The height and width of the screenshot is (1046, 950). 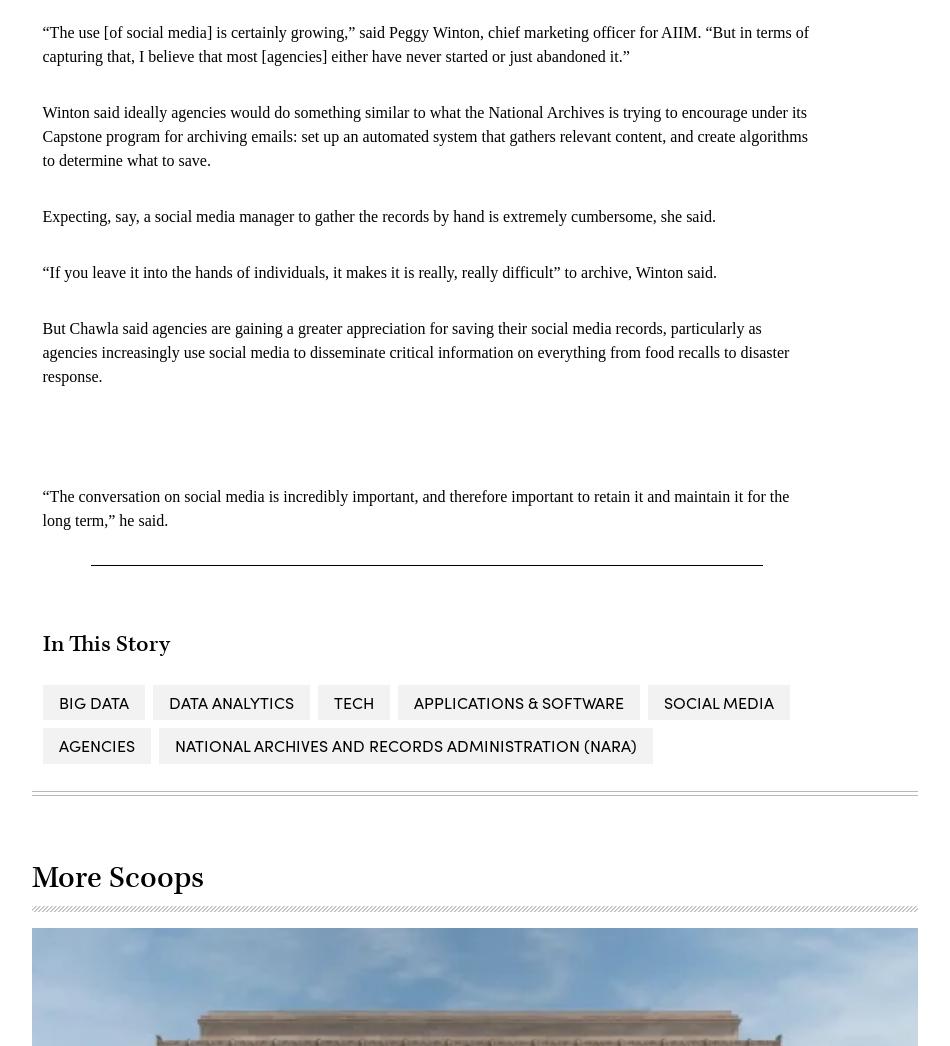 I want to click on 'But Chawla said agencies are gaining a greater appreciation for saving their social media records, particularly as agencies increasingly use social media to disseminate critical information on everything from food recalls to disaster response.', so click(x=414, y=351).